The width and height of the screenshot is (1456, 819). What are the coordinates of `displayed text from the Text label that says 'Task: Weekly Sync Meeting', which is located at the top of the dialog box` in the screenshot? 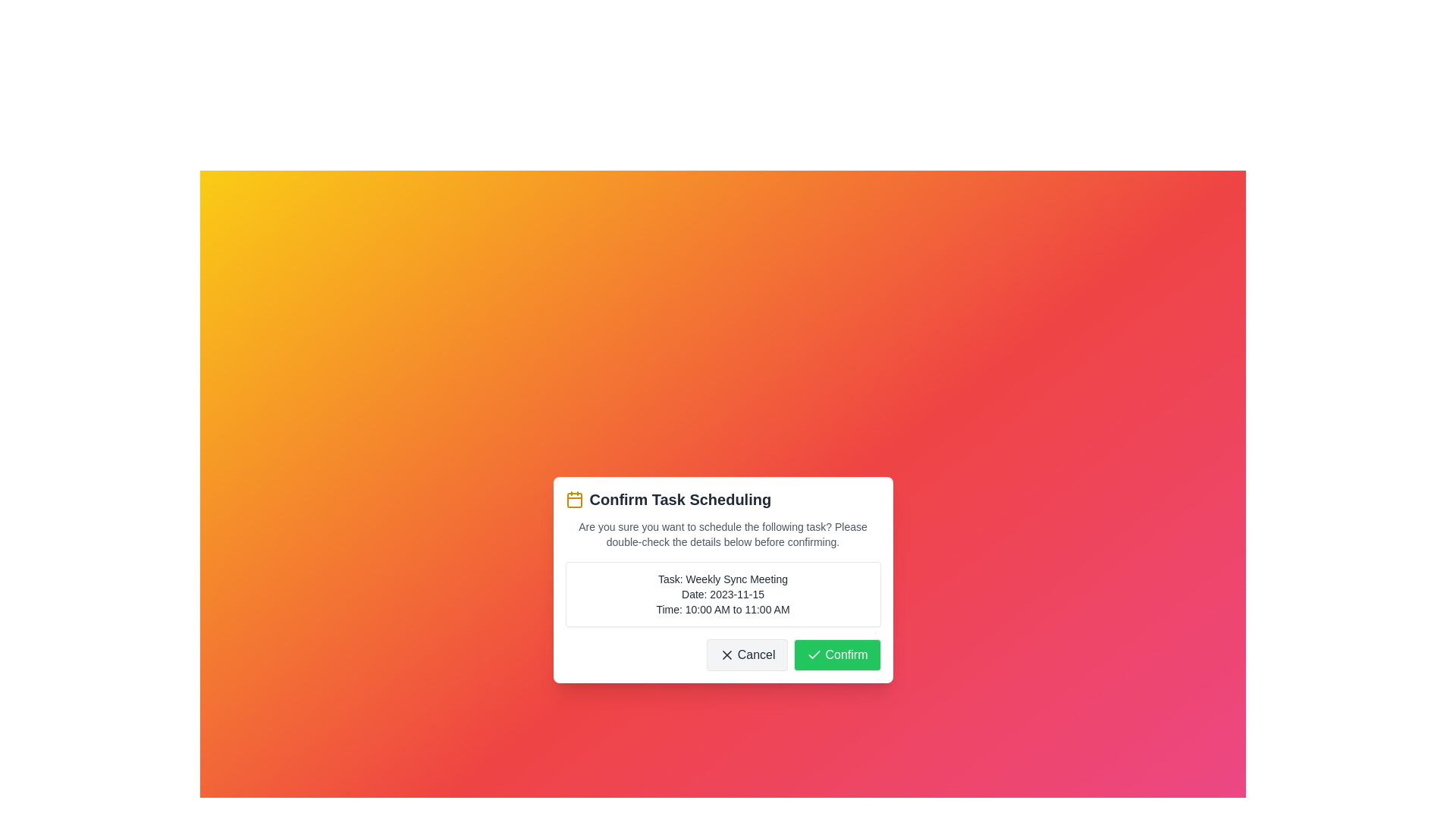 It's located at (722, 579).